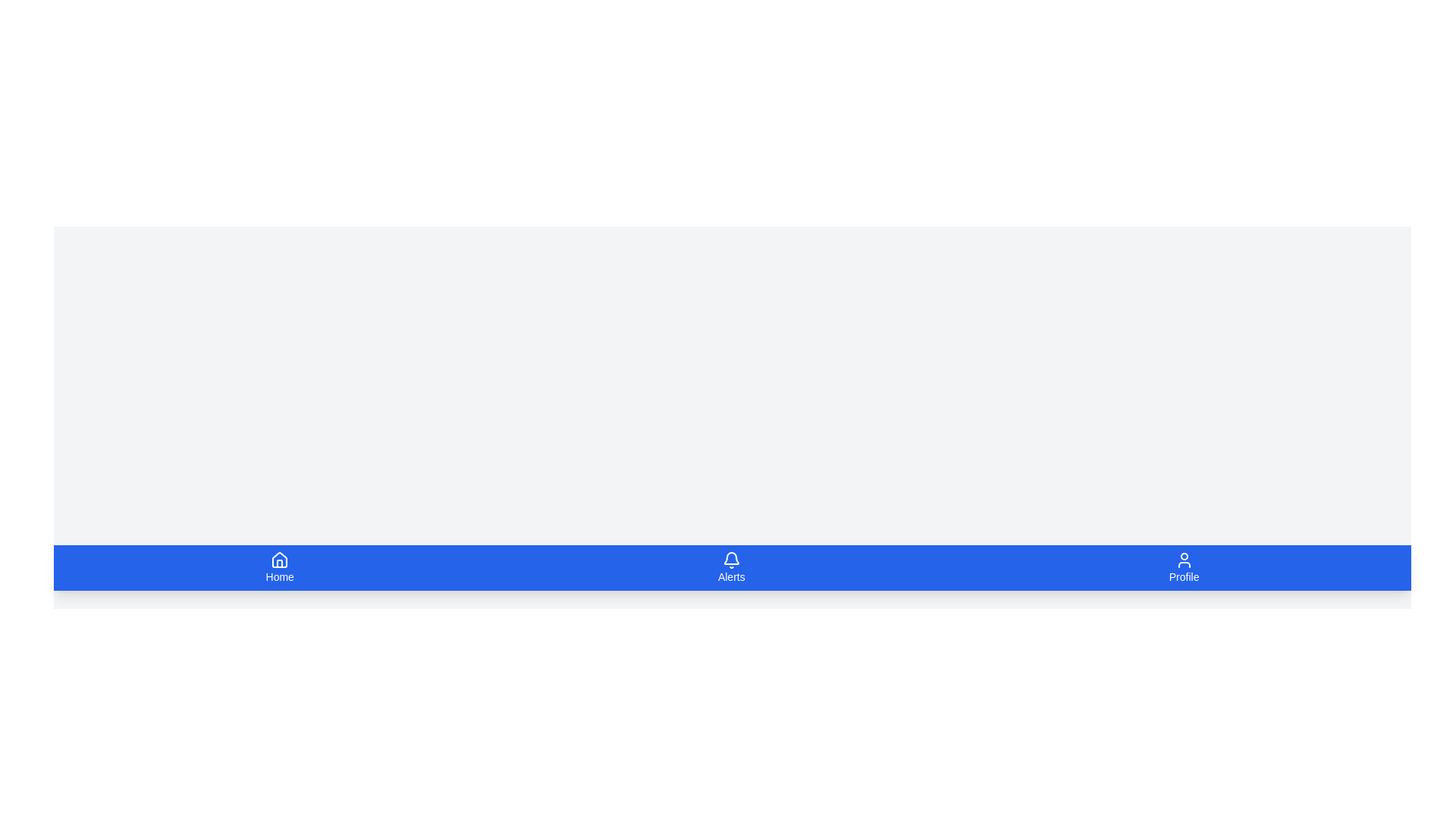 The height and width of the screenshot is (819, 1456). What do you see at coordinates (731, 558) in the screenshot?
I see `the 'Alerts' notification icon located in the center of the bottom navigation bar to interact with the notification system` at bounding box center [731, 558].